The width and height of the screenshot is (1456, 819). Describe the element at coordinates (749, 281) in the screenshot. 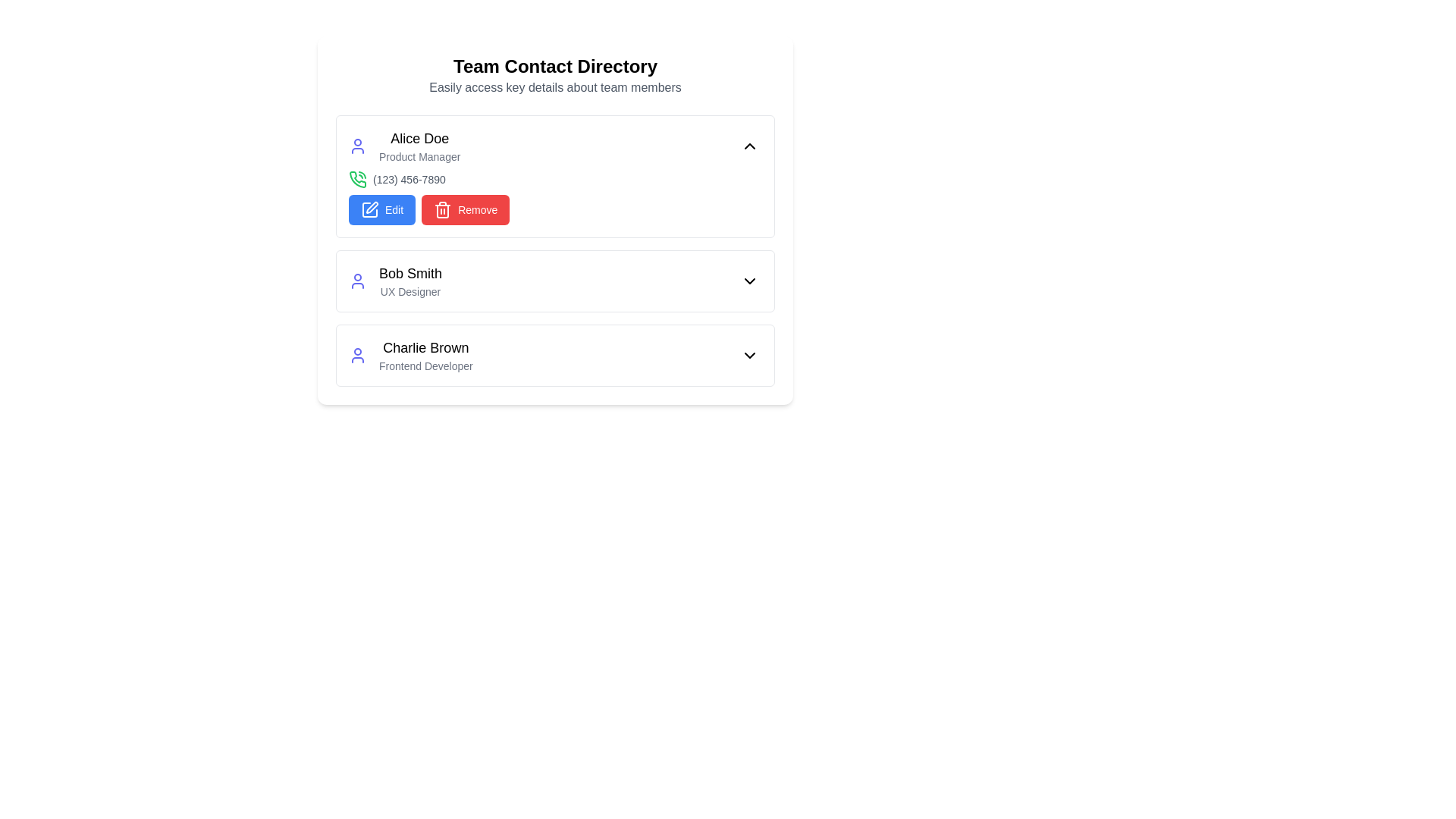

I see `the Dropdown toggle button located in the top right corner of the section belonging to 'Bob Smith, UX Designer'` at that location.